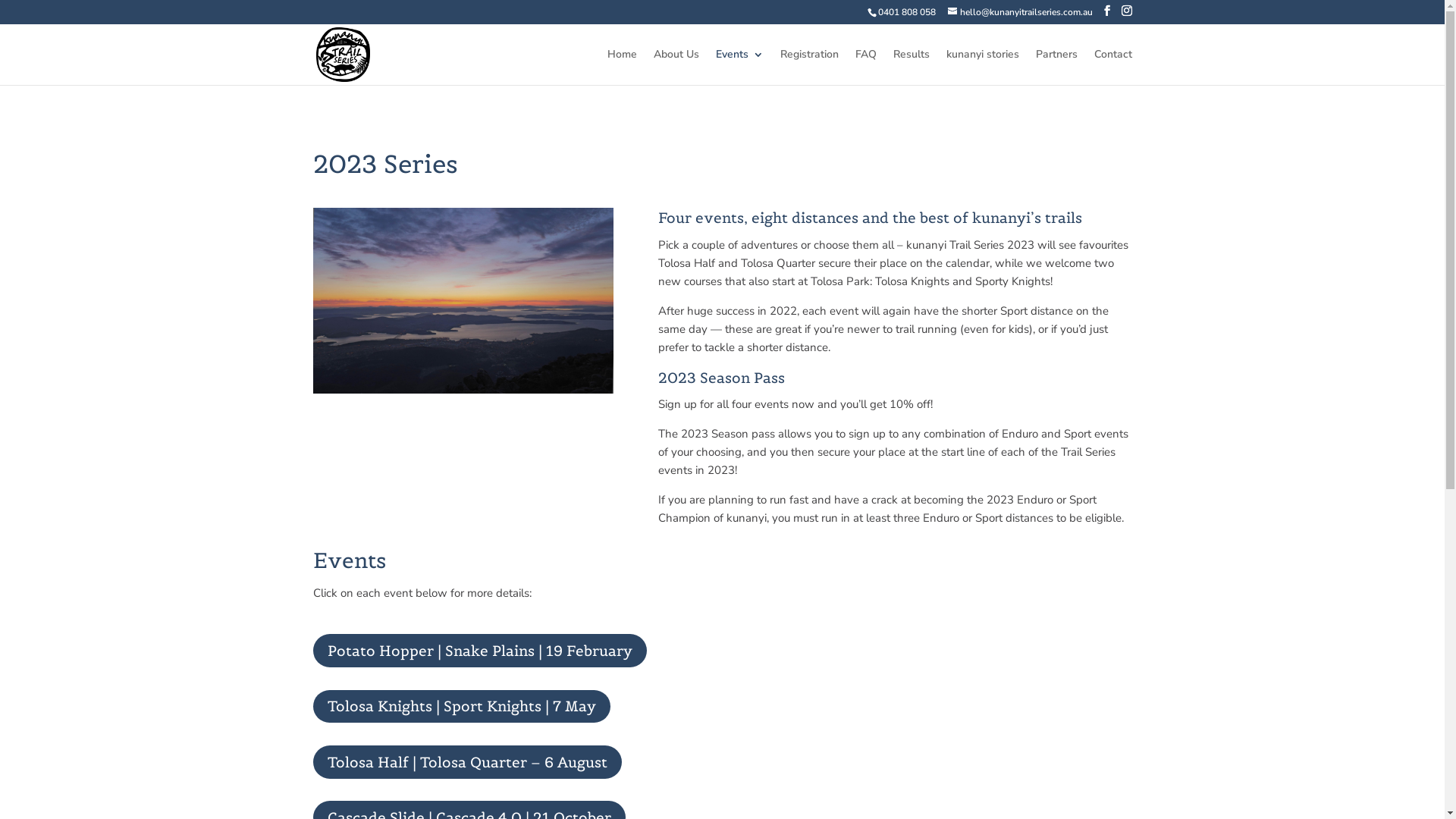 This screenshot has height=819, width=1456. What do you see at coordinates (1020, 11) in the screenshot?
I see `'hello@kunanyitrailseries.com.au'` at bounding box center [1020, 11].